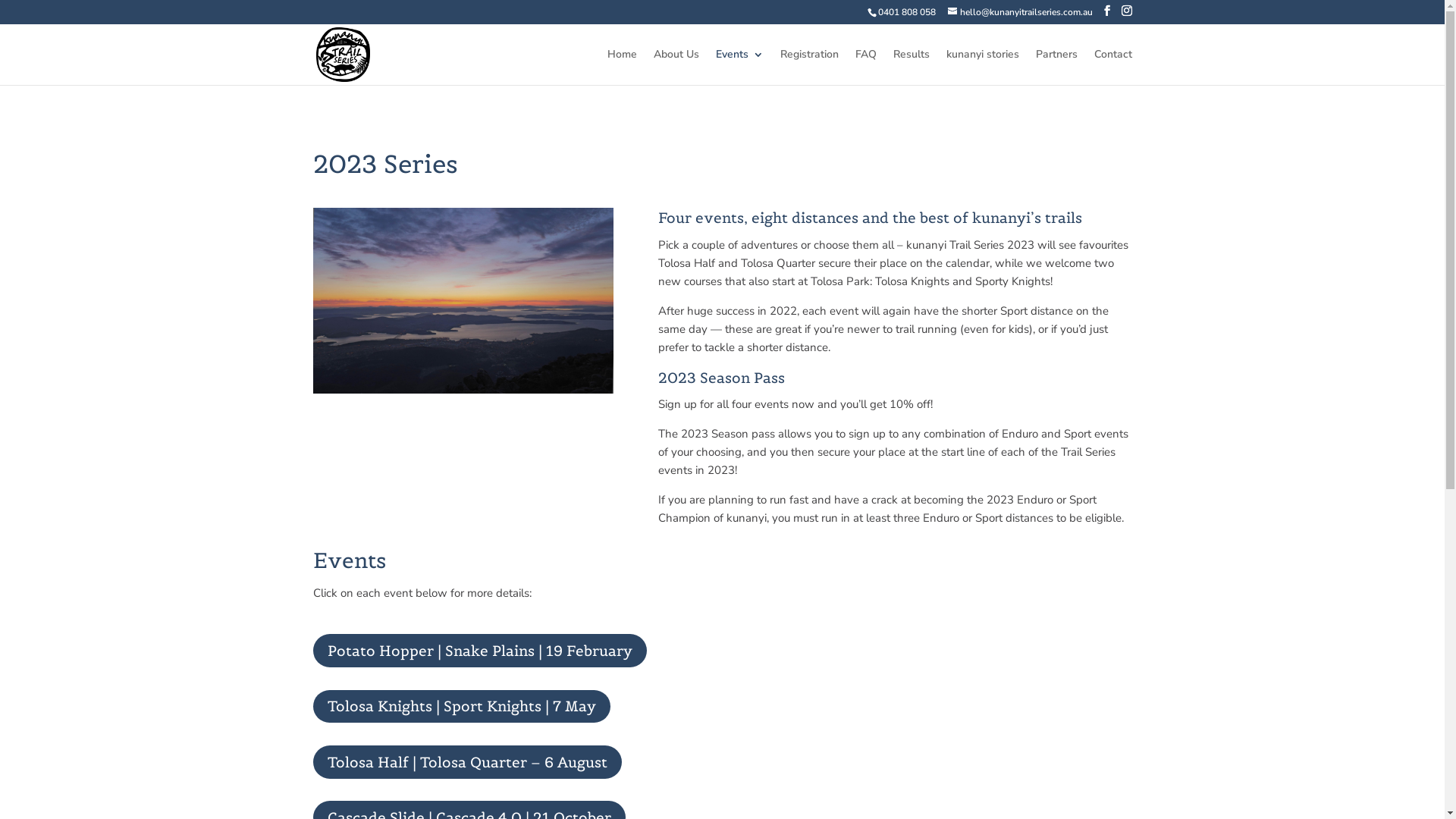 This screenshot has height=819, width=1456. What do you see at coordinates (1020, 11) in the screenshot?
I see `'hello@kunanyitrailseries.com.au'` at bounding box center [1020, 11].